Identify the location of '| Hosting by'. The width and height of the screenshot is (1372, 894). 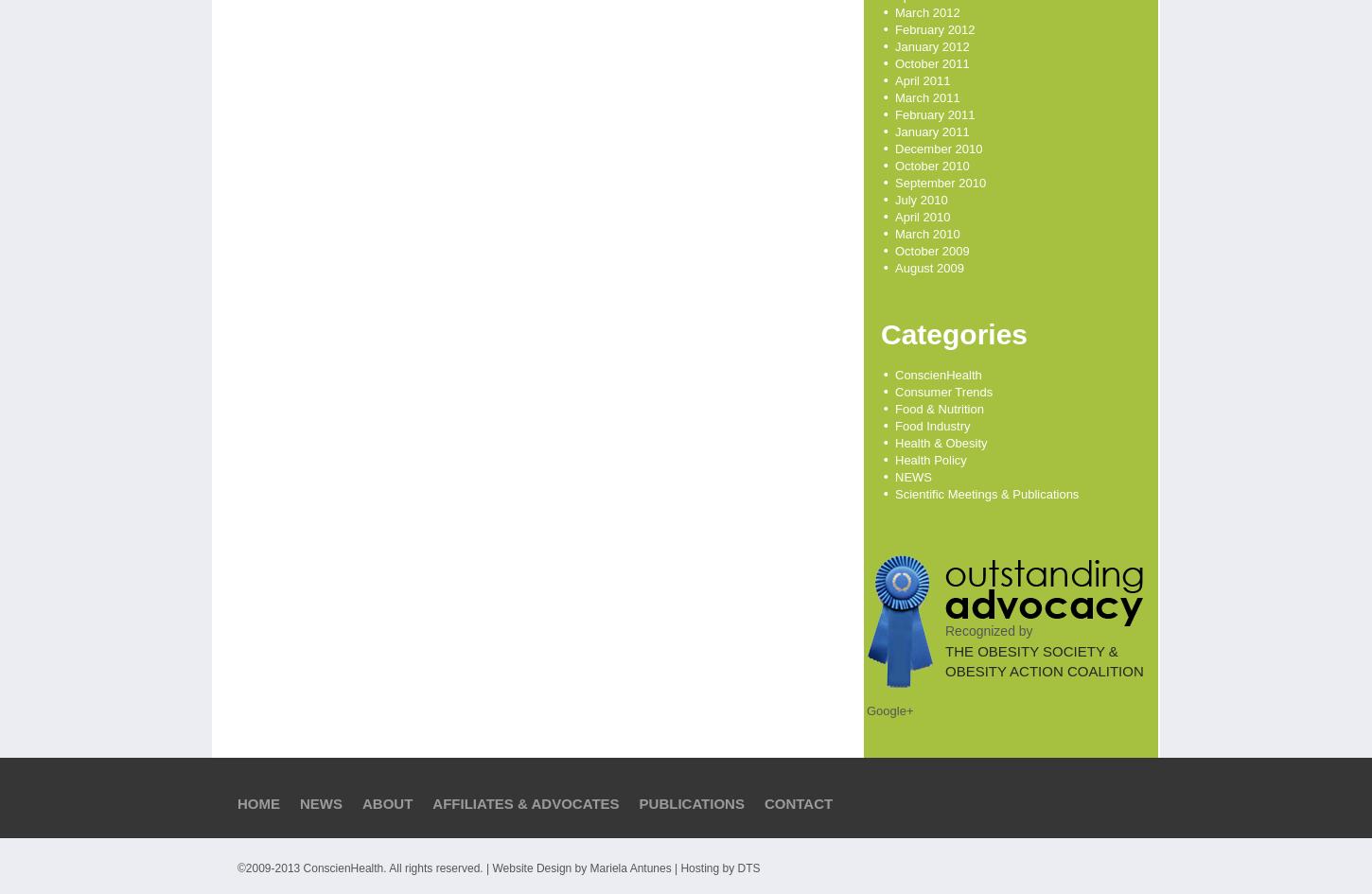
(703, 867).